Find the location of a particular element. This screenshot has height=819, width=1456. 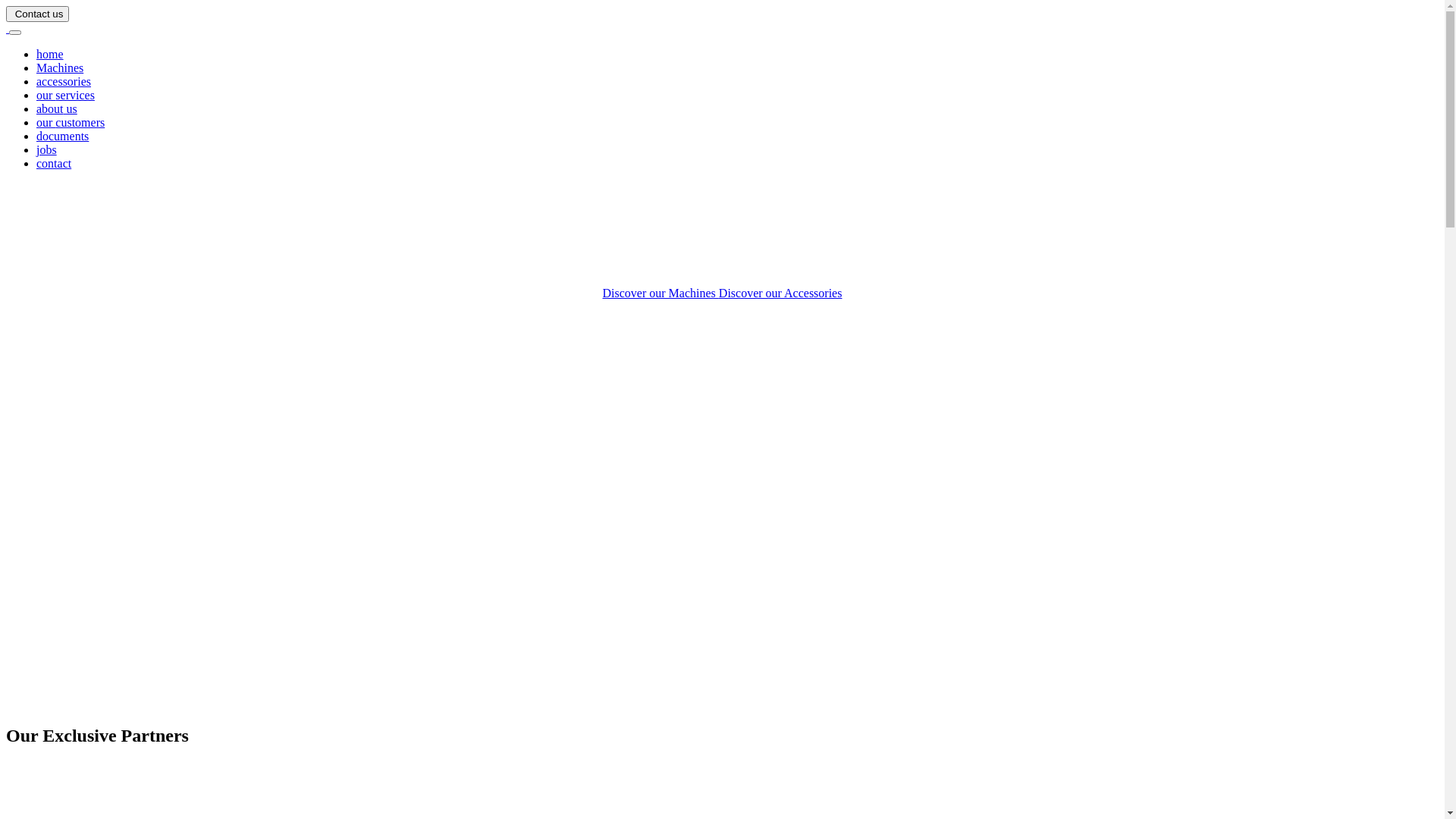

'about us' is located at coordinates (57, 108).